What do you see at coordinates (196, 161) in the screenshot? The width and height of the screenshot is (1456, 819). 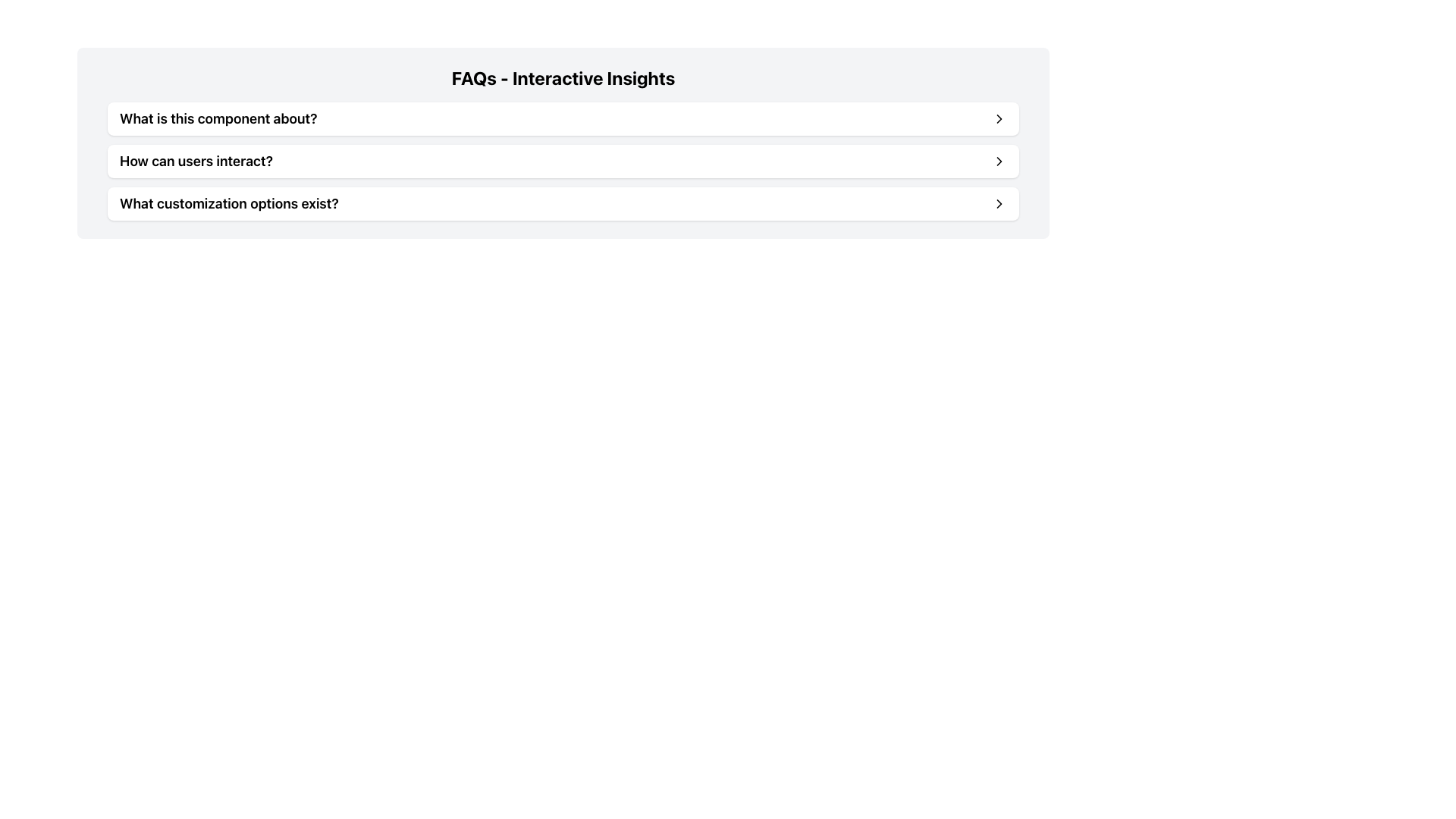 I see `the text component displaying 'How can users interact?' which is styled in bold and slightly larger font, located in the middle row of the FAQ items list` at bounding box center [196, 161].